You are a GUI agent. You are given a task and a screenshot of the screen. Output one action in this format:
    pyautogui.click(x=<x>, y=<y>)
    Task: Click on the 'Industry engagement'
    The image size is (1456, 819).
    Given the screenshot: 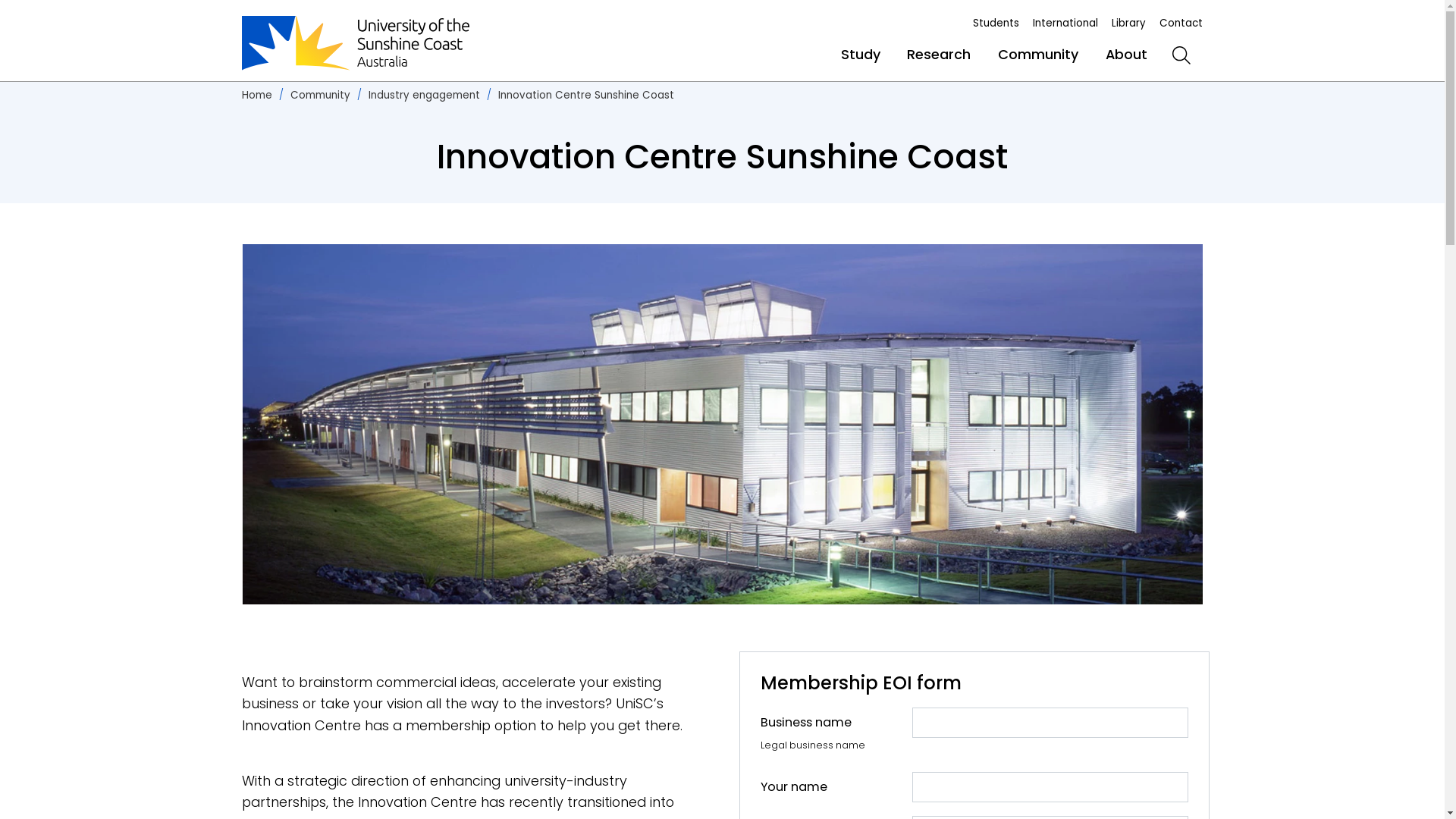 What is the action you would take?
    pyautogui.click(x=424, y=95)
    